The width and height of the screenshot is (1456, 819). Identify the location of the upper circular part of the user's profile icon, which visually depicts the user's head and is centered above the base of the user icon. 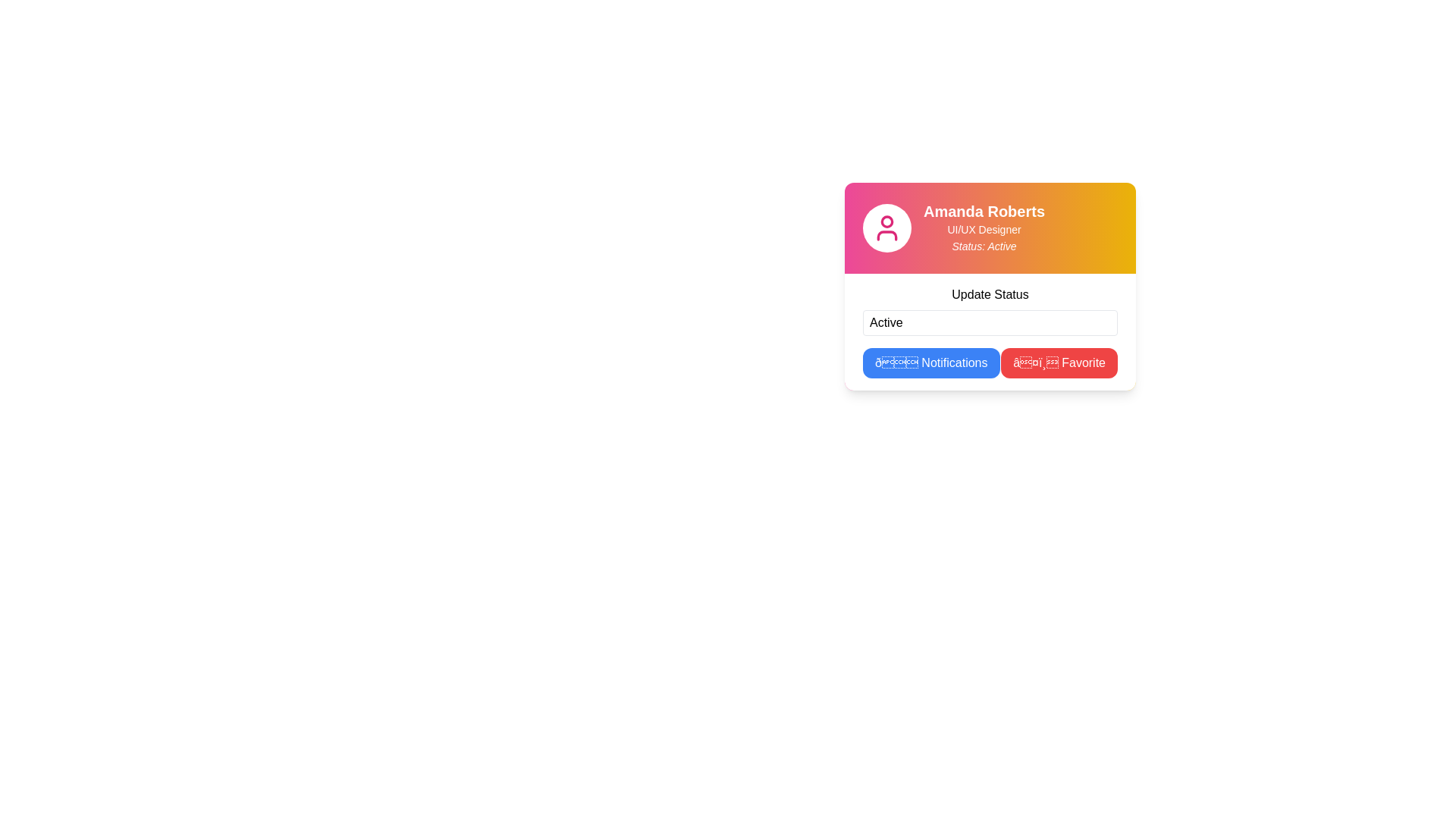
(887, 221).